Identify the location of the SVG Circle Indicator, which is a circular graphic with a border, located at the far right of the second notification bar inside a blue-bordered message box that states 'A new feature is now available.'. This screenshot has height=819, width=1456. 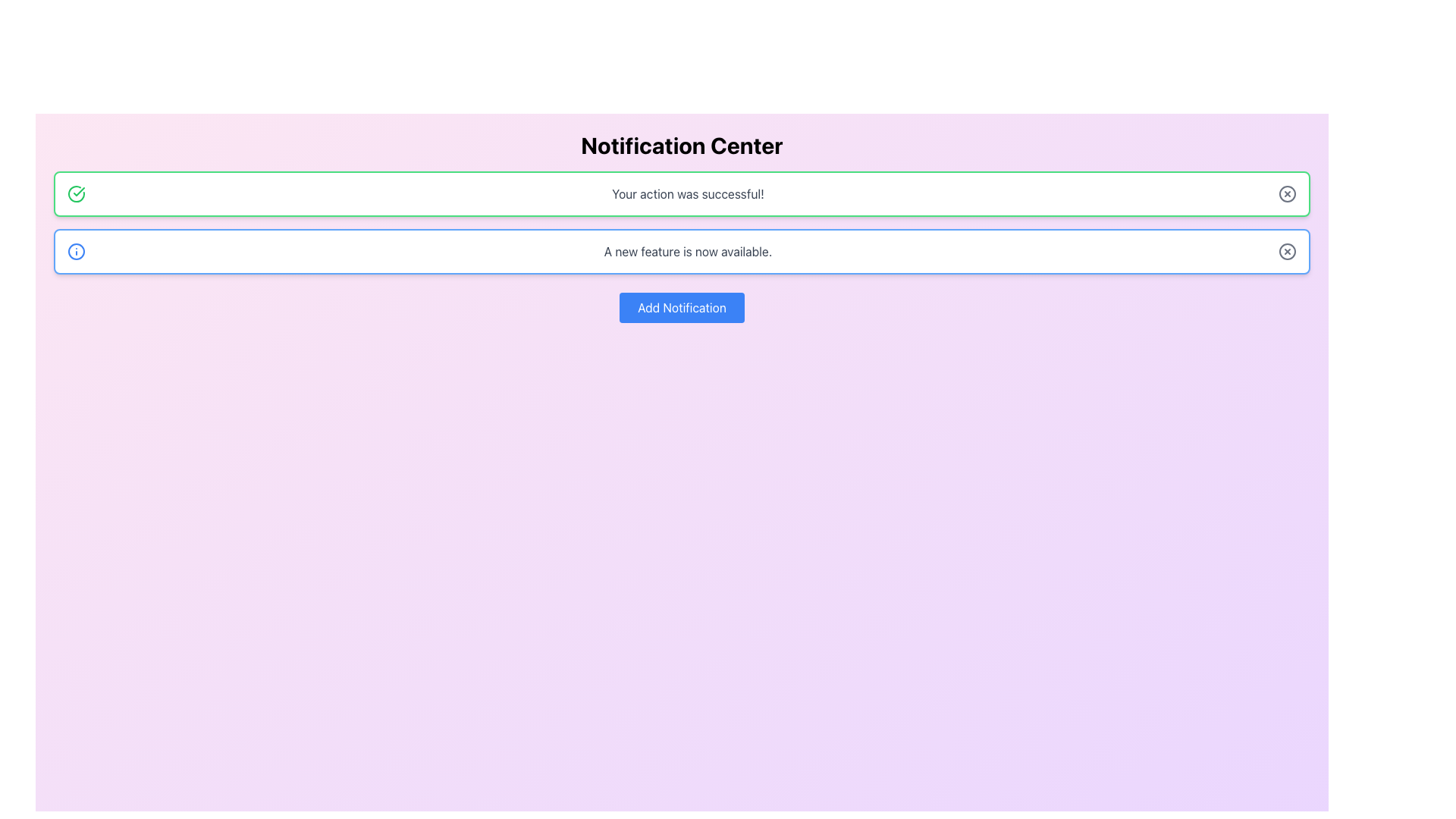
(1287, 250).